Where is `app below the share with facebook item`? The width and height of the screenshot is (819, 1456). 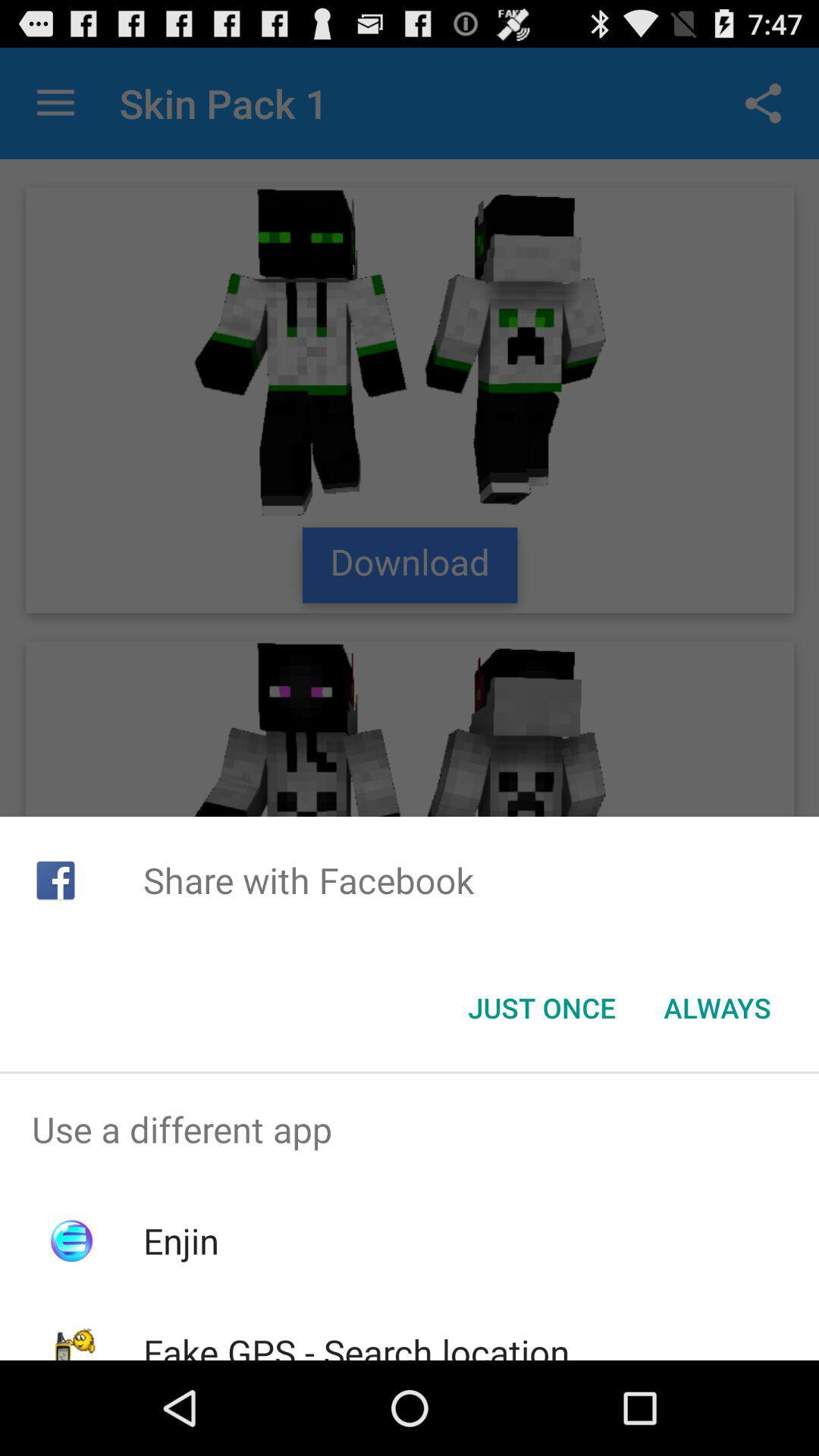
app below the share with facebook item is located at coordinates (717, 1008).